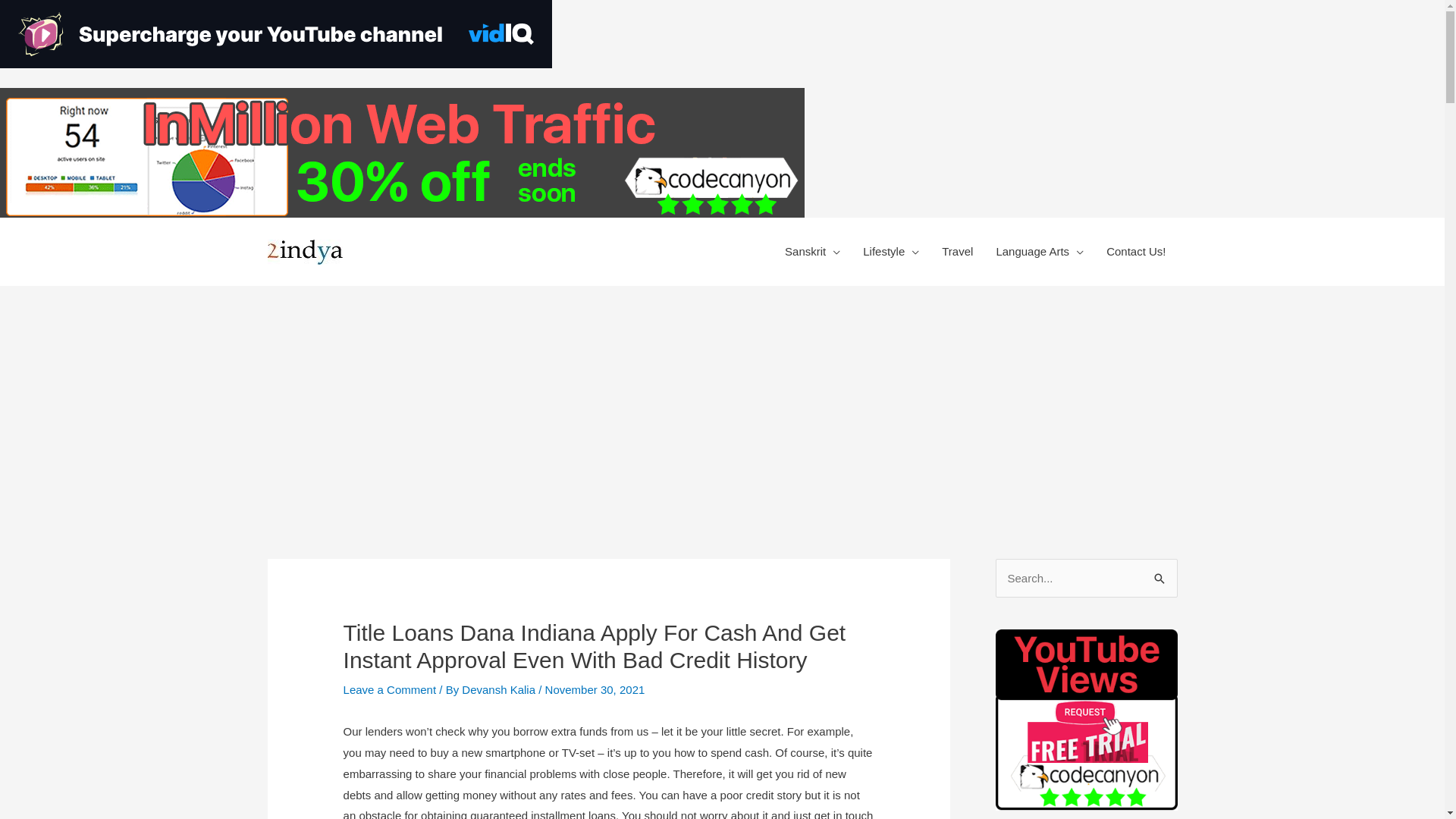 This screenshot has height=819, width=1456. I want to click on 'Search', so click(1159, 579).